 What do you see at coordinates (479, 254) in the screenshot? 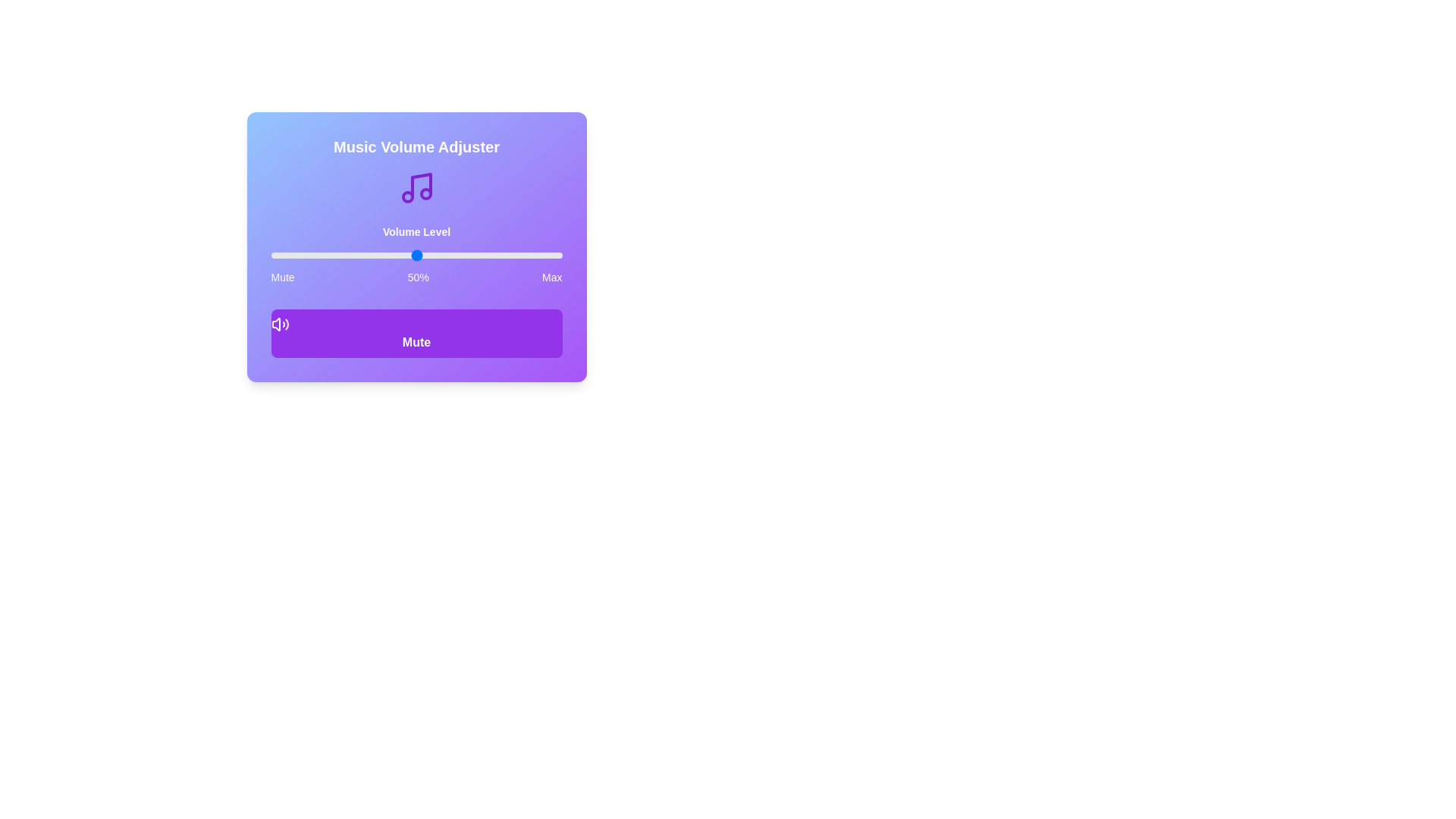
I see `the volume slider to set the volume to 72%` at bounding box center [479, 254].